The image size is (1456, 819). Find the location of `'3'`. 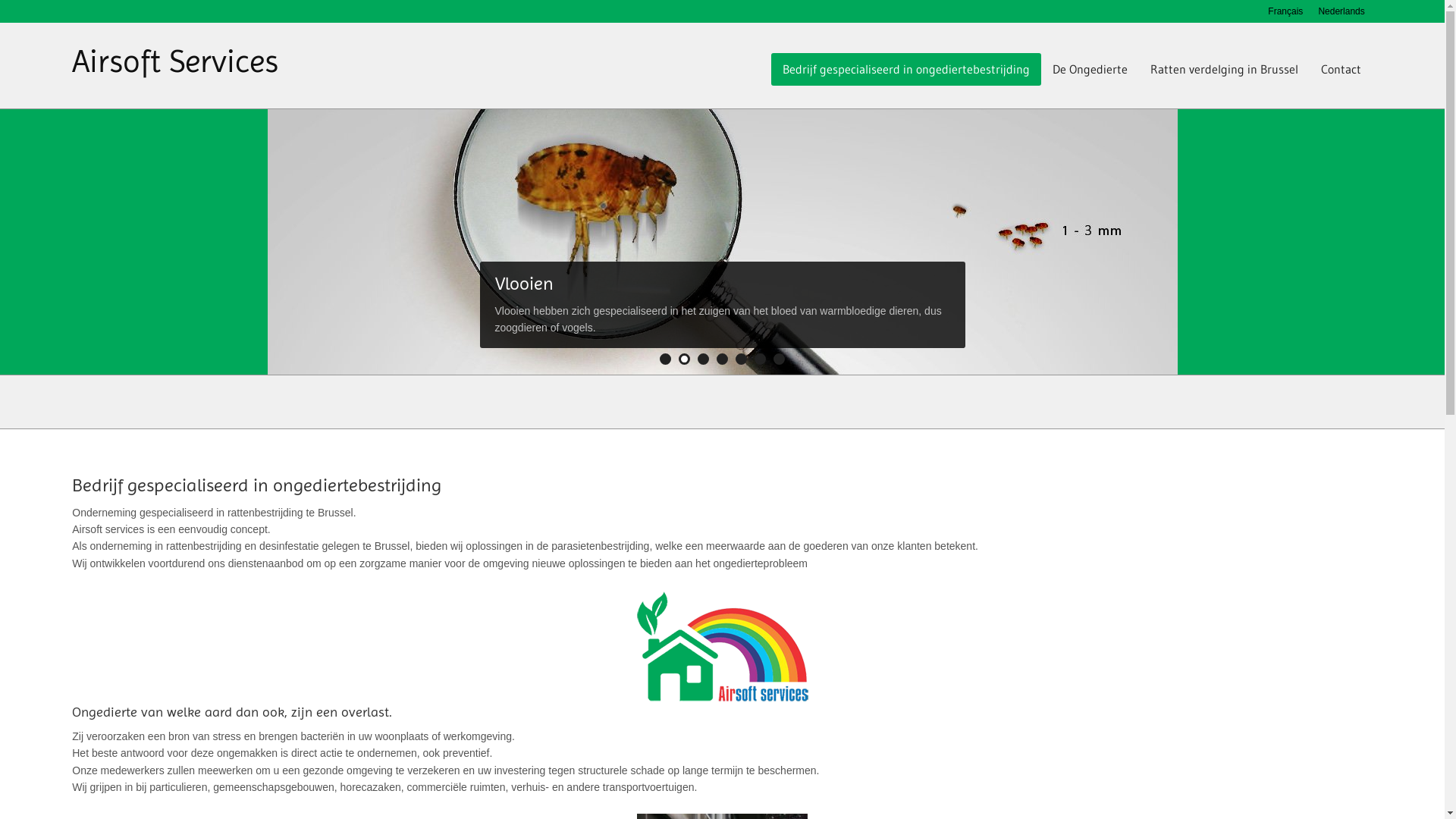

'3' is located at coordinates (702, 359).